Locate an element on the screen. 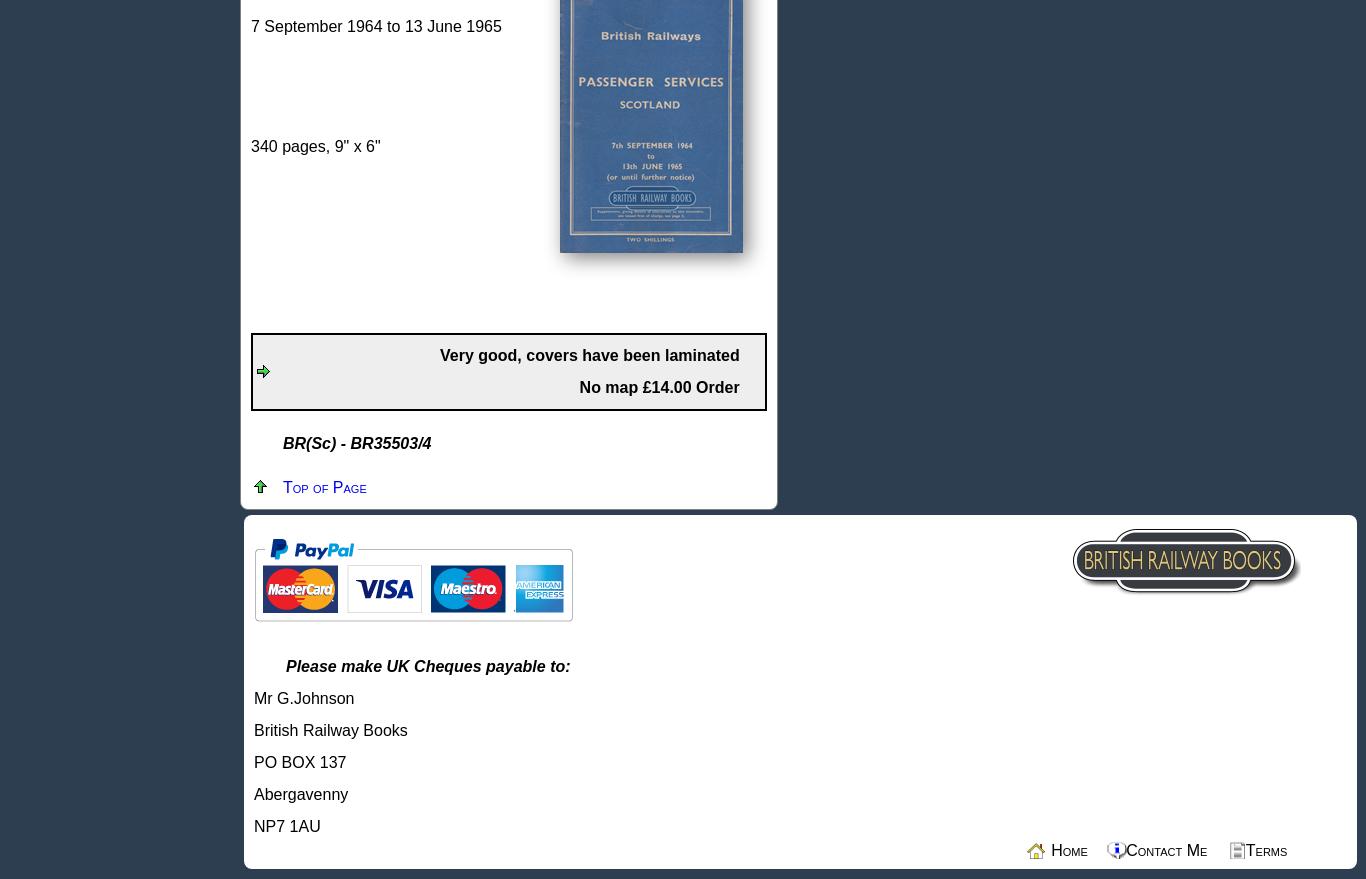 The width and height of the screenshot is (1366, 879). '340 pages, 9" x 6"' is located at coordinates (315, 146).